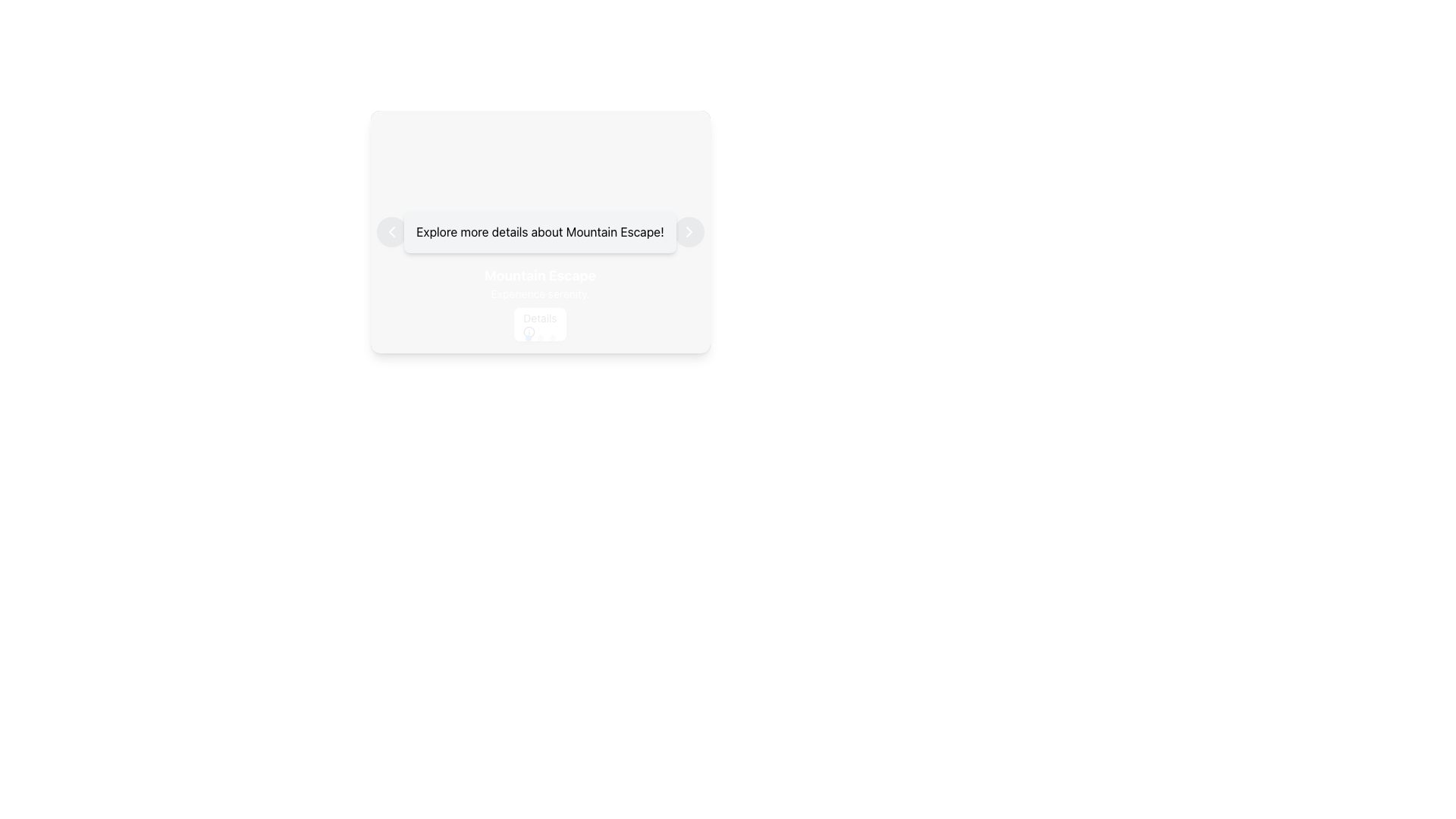 The width and height of the screenshot is (1456, 819). I want to click on the second gray circle of the Pagination Indicator located at the bottom of the 'Mountain Escape' card, so click(540, 337).